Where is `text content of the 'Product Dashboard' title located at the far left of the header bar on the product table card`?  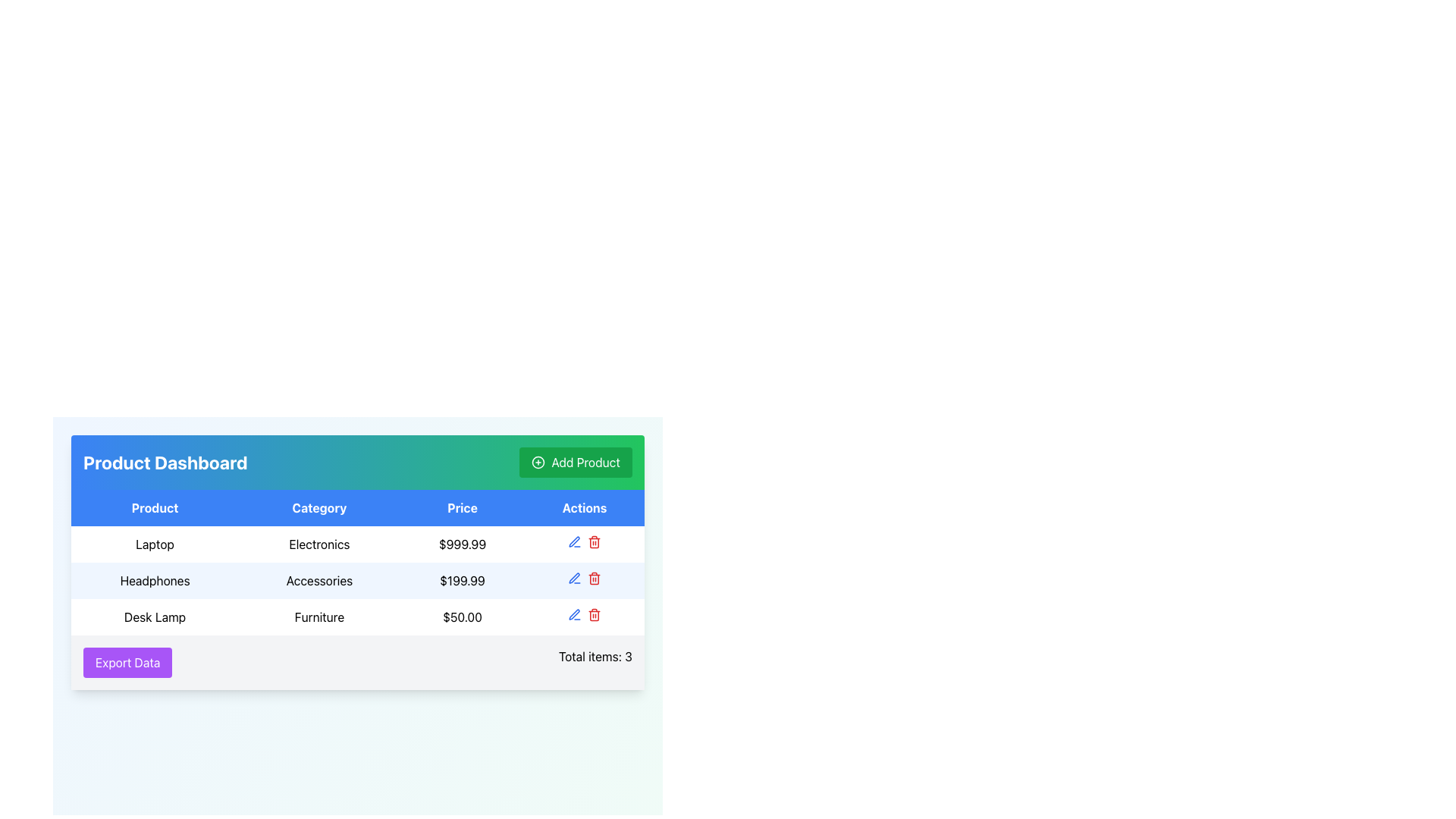
text content of the 'Product Dashboard' title located at the far left of the header bar on the product table card is located at coordinates (165, 461).